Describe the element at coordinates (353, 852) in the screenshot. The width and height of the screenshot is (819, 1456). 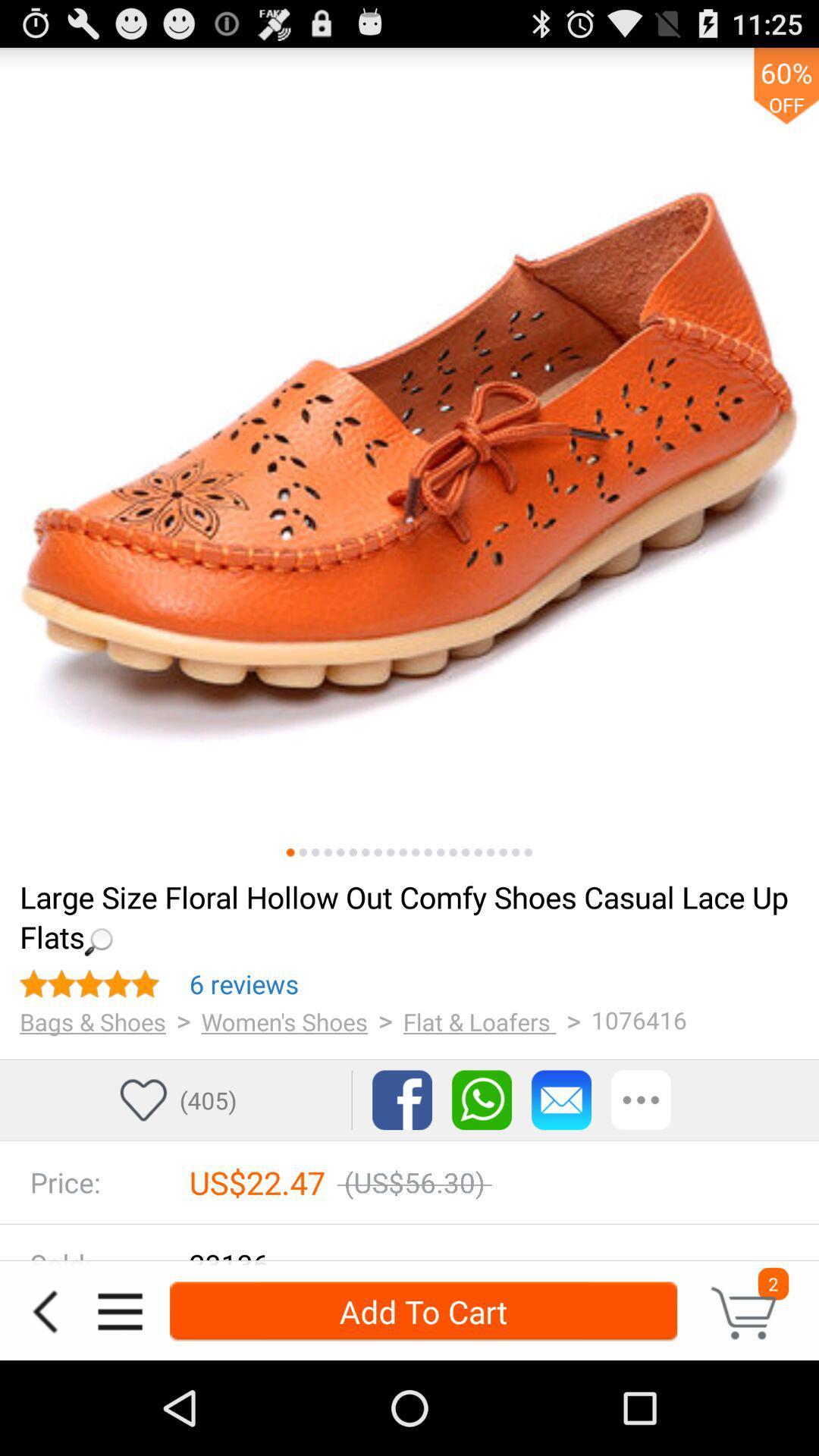
I see `next item` at that location.